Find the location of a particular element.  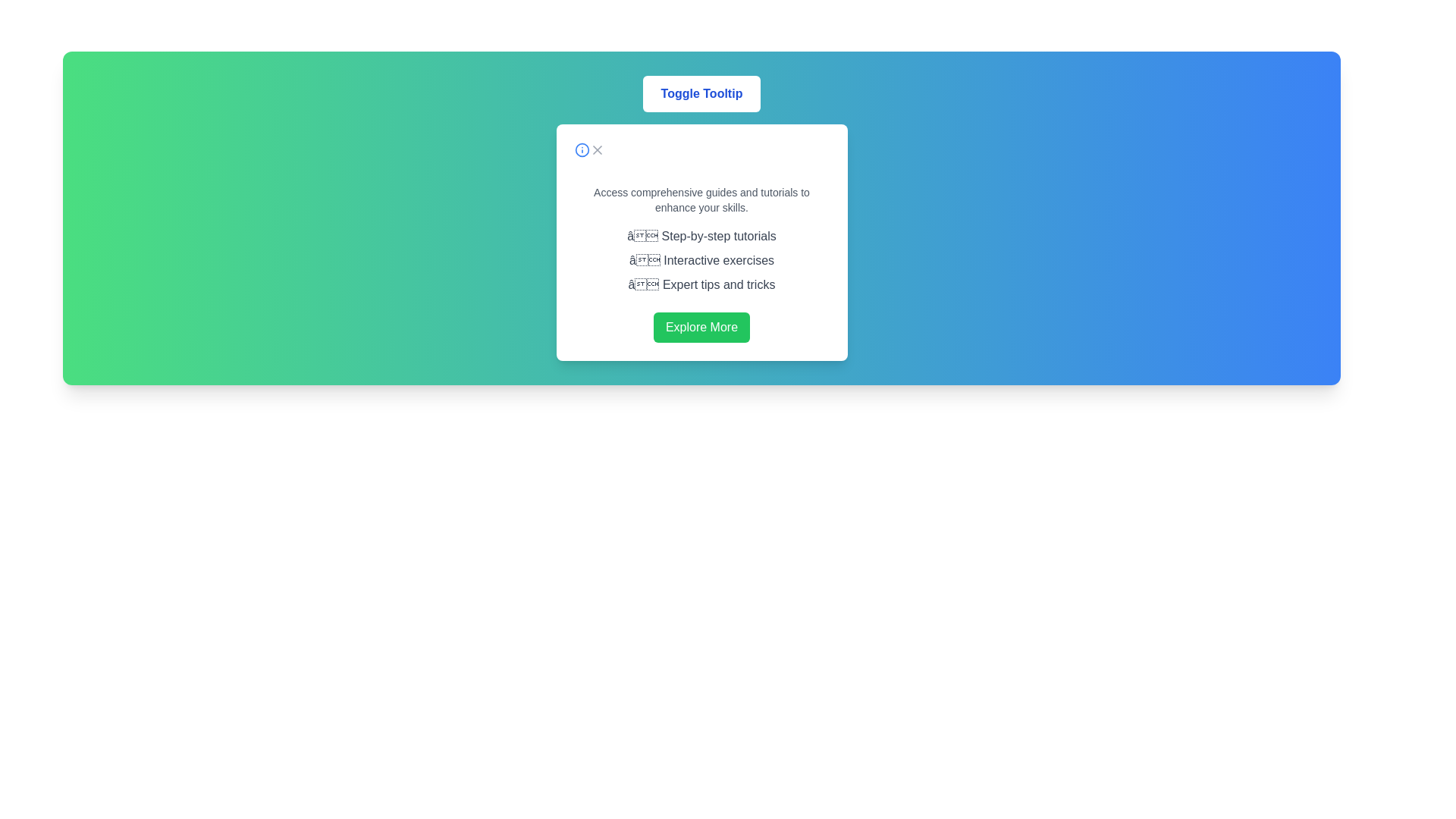

the informational icon located in the top-left area of the modal dialogue, positioned to the left of the 'X' close button is located at coordinates (581, 149).